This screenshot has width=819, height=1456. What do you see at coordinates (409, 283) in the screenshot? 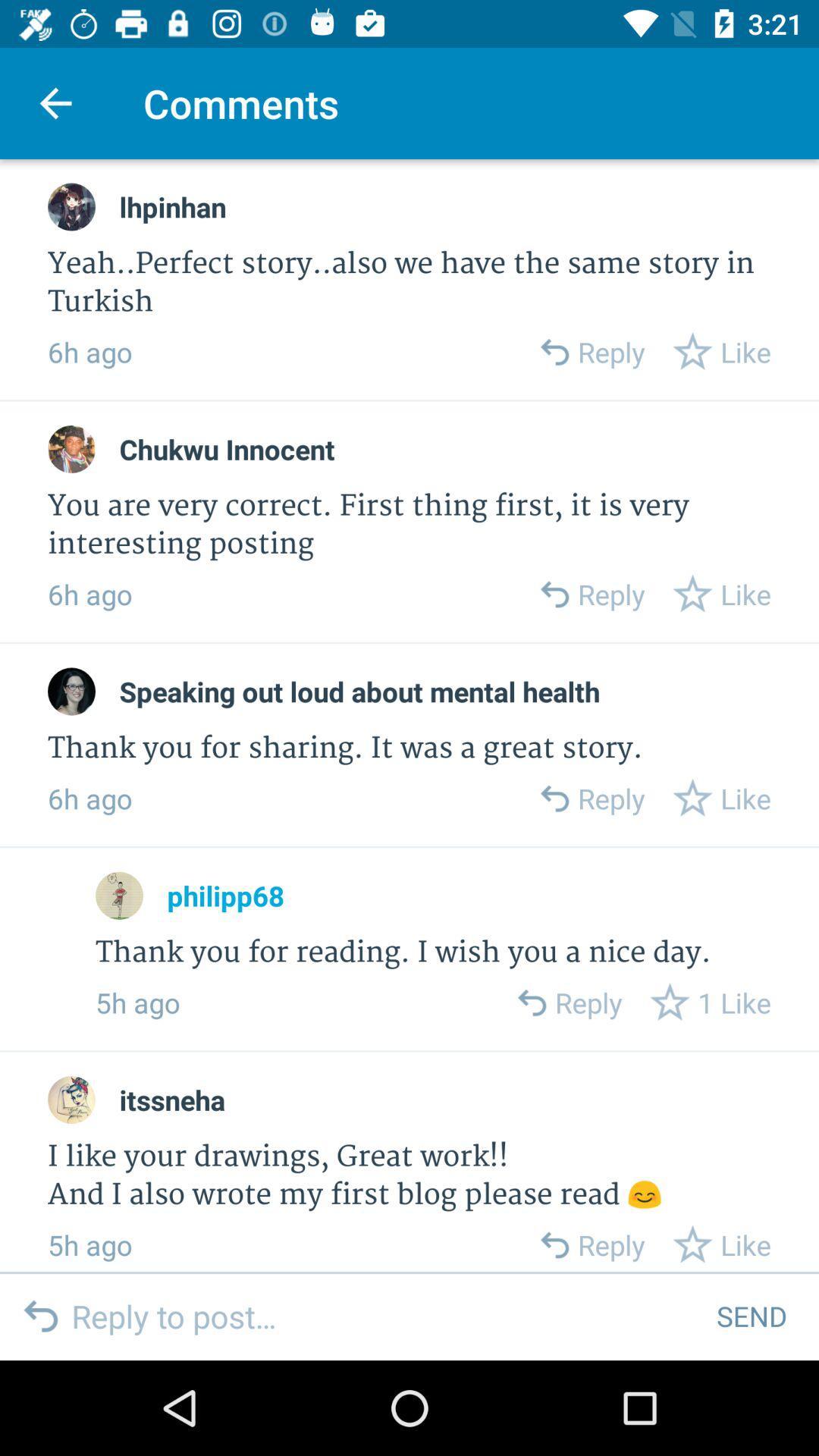
I see `the yeah perfect story icon` at bounding box center [409, 283].